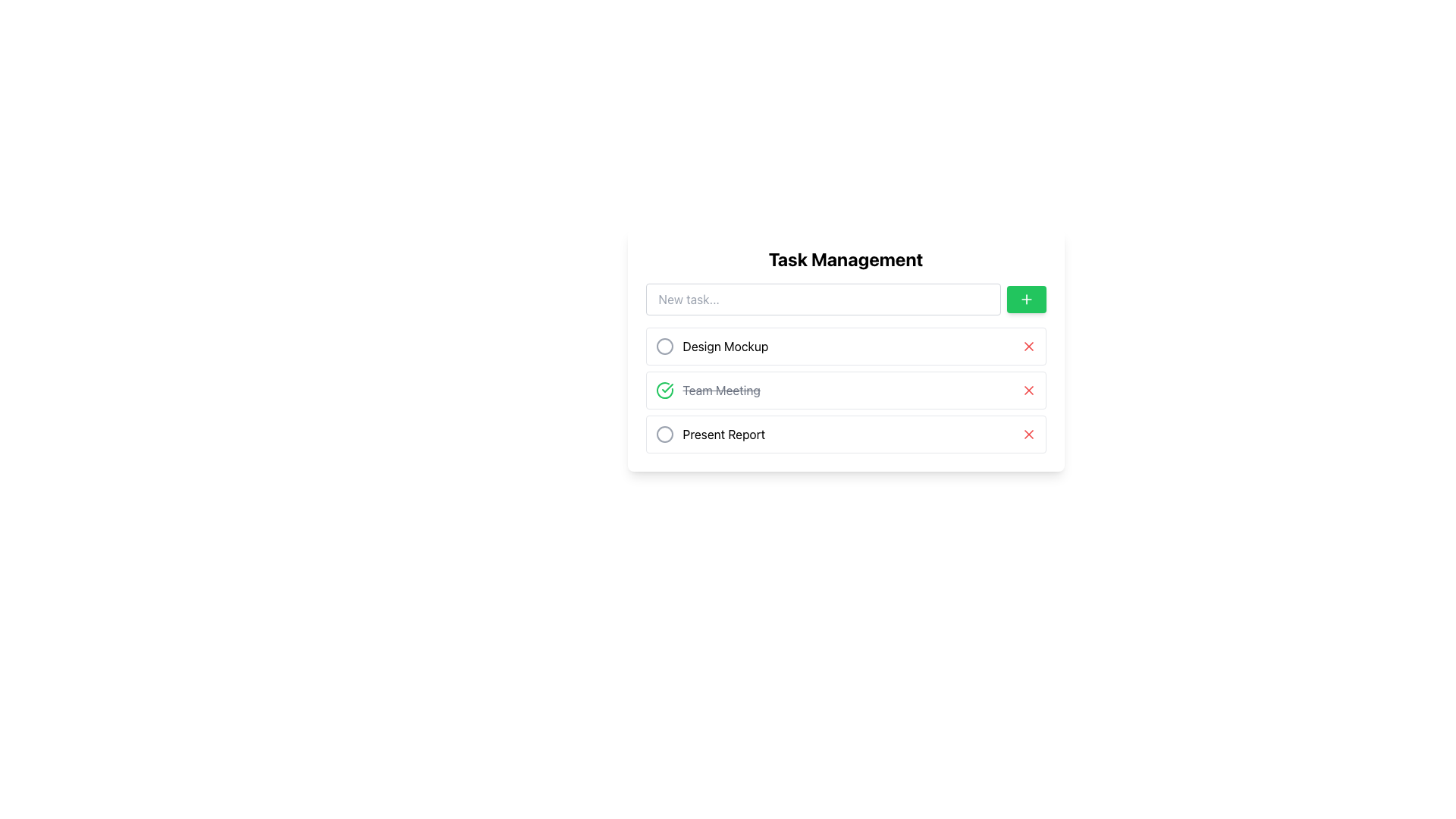 This screenshot has height=819, width=1456. I want to click on the last list item titled 'Present Report' in the task management interface, so click(709, 435).